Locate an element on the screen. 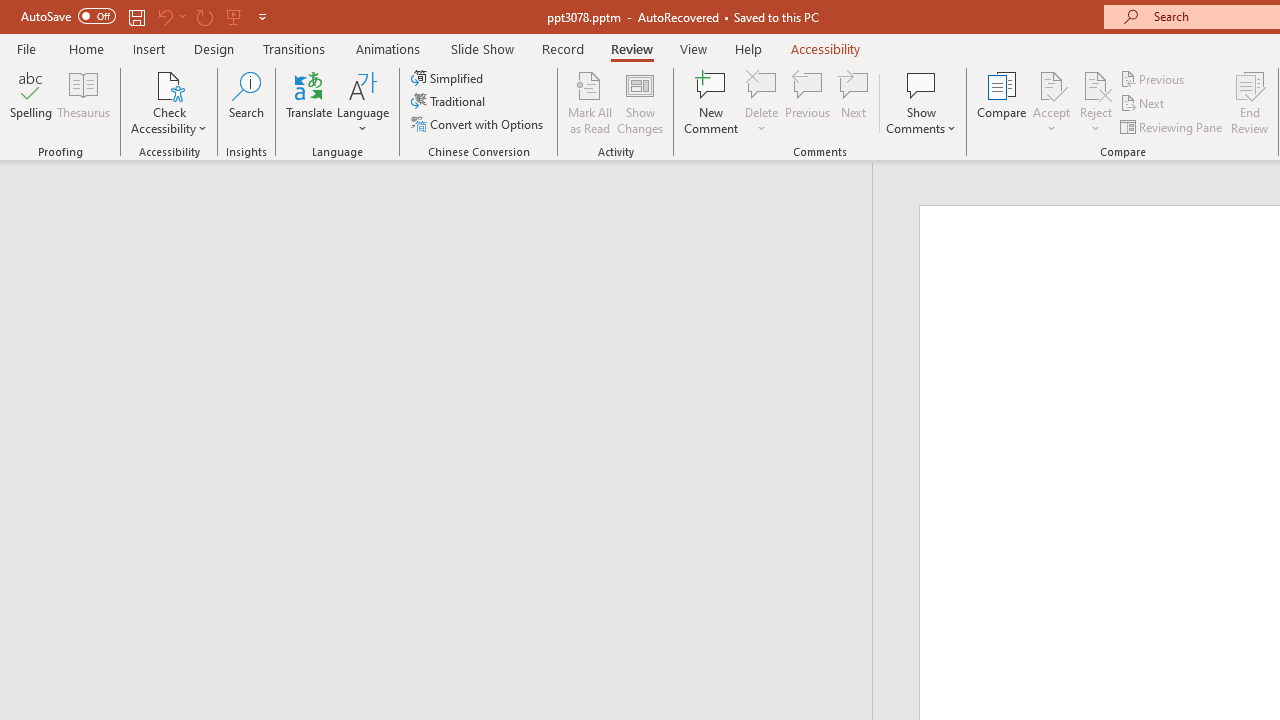 Image resolution: width=1280 pixels, height=720 pixels. 'Show Comments' is located at coordinates (920, 103).